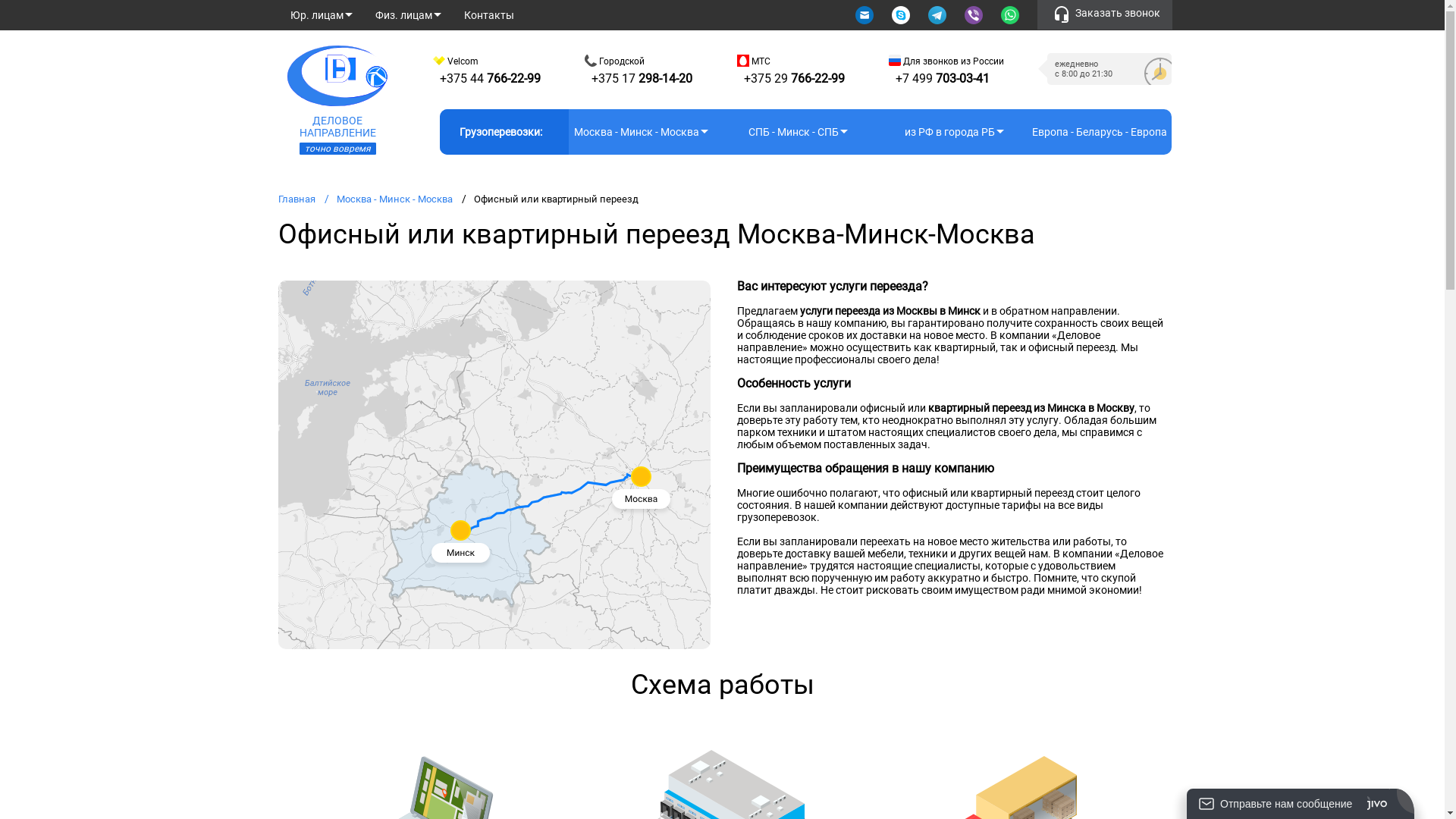 The width and height of the screenshot is (1456, 819). I want to click on 'Skype', so click(902, 14).